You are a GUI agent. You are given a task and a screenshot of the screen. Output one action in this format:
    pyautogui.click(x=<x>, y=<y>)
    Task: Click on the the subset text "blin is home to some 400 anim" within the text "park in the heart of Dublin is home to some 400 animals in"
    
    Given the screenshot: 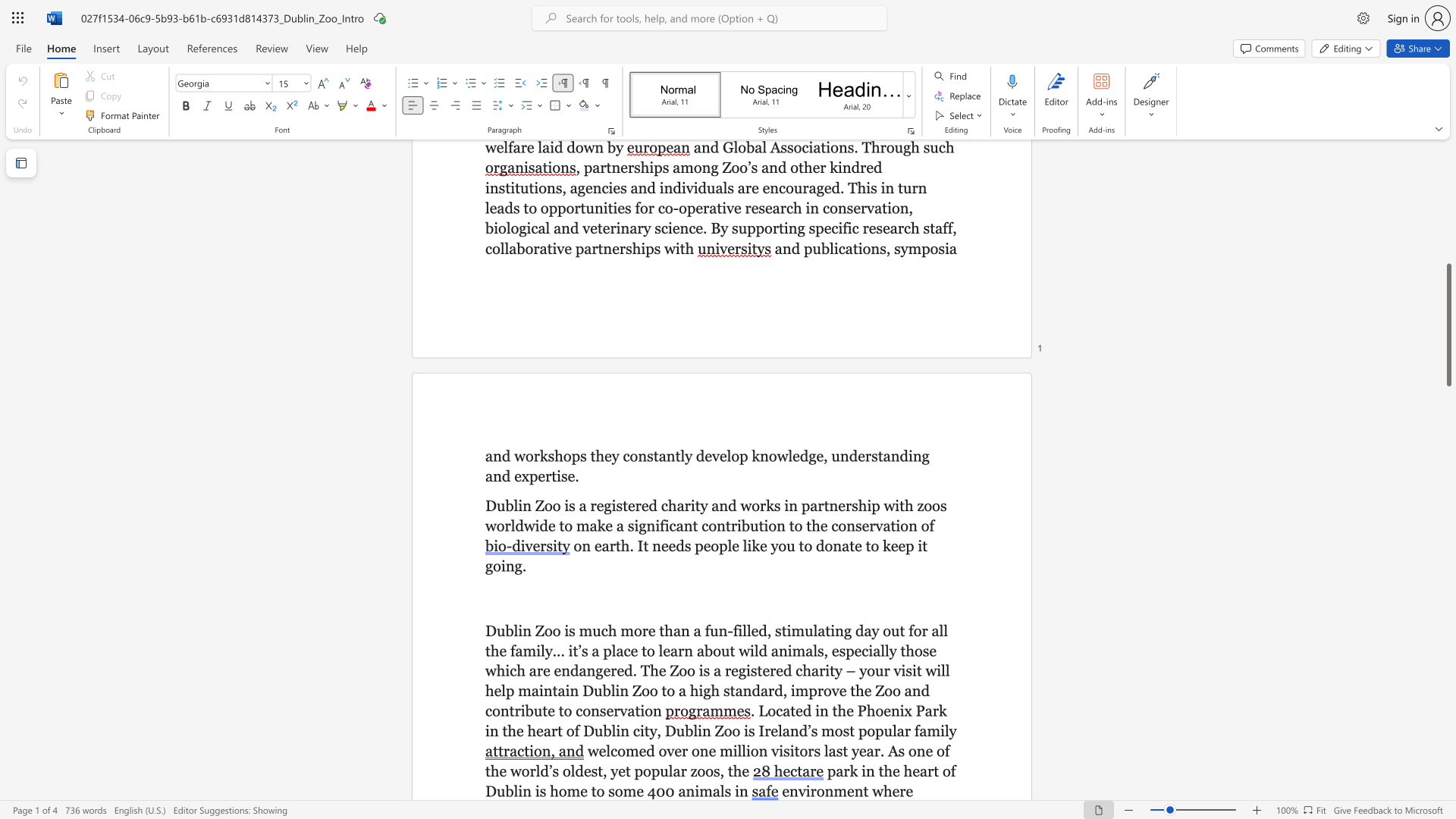 What is the action you would take?
    pyautogui.click(x=505, y=790)
    